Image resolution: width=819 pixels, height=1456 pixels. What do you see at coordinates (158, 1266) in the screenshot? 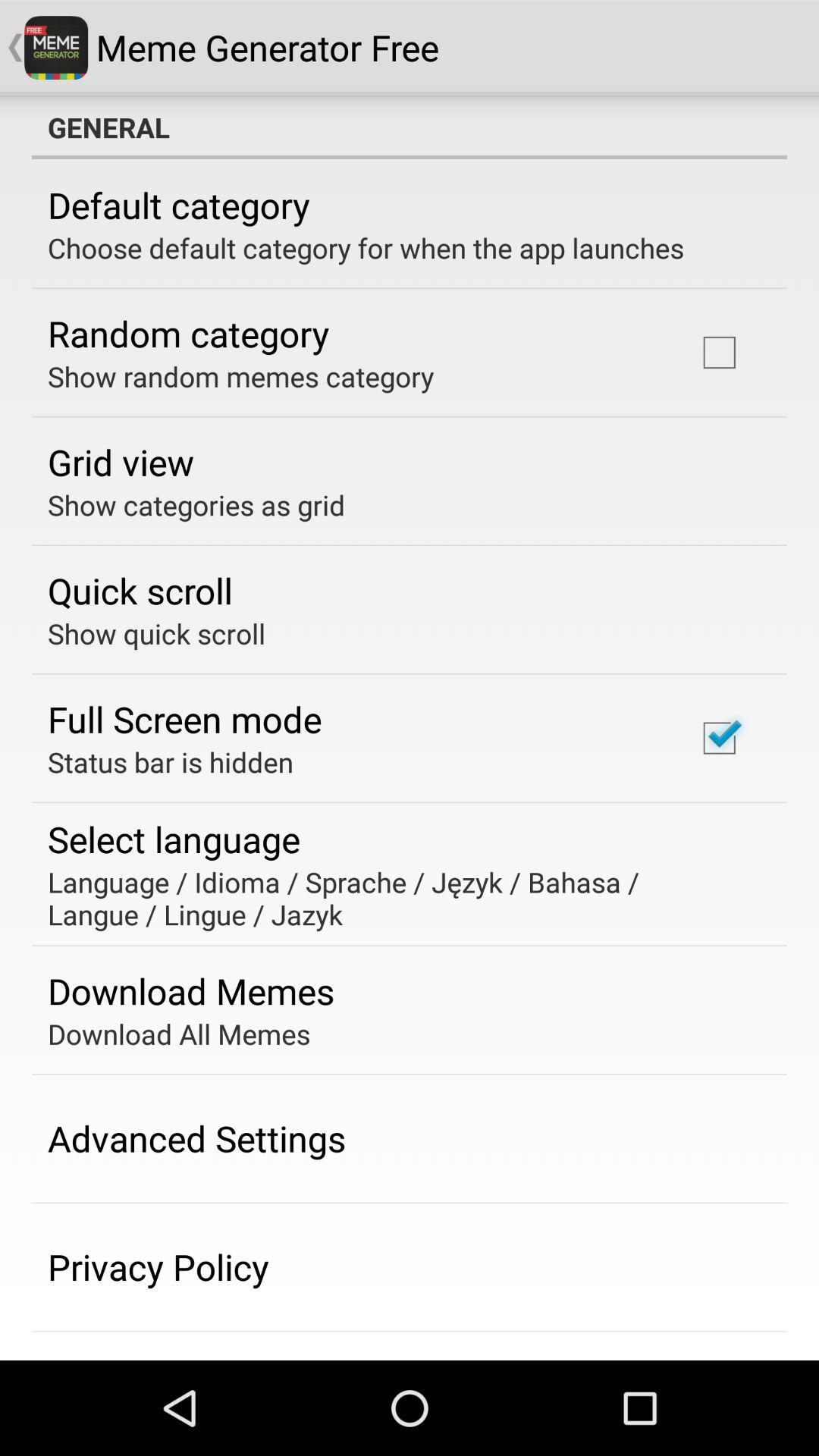
I see `the privacy policy icon` at bounding box center [158, 1266].